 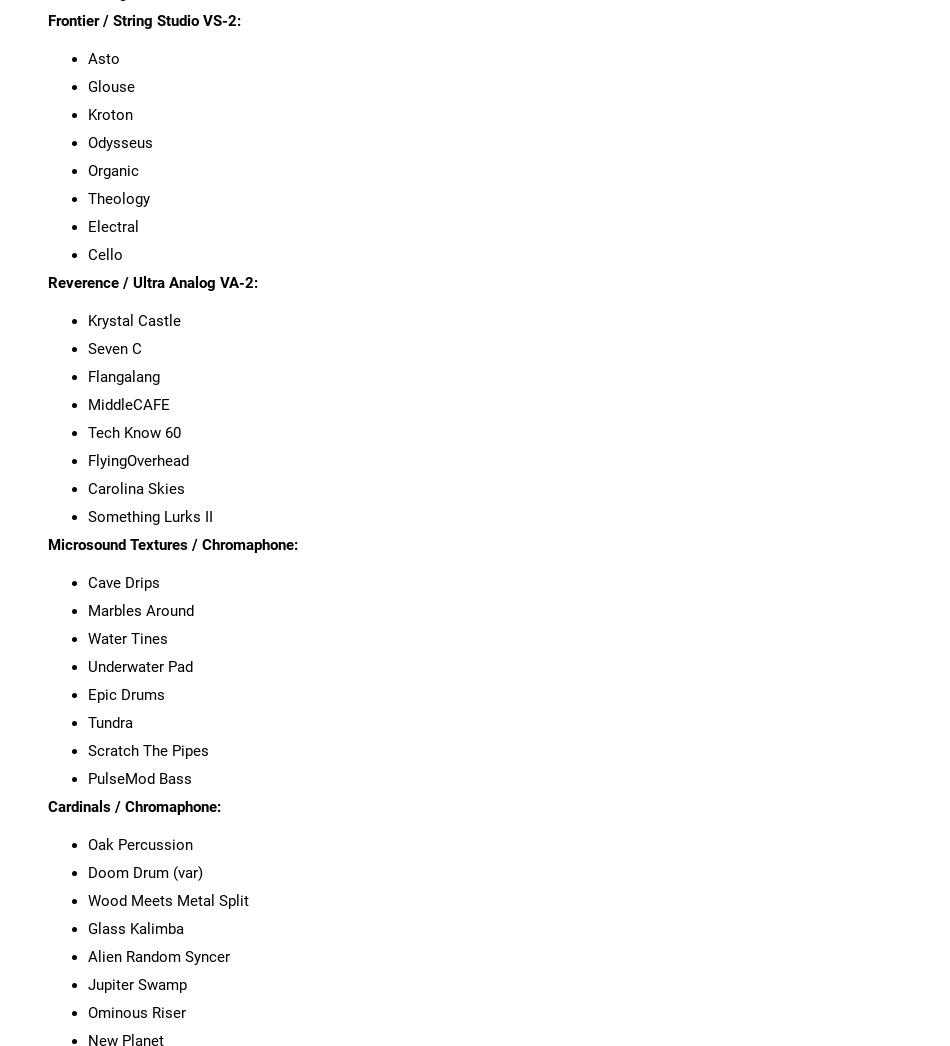 What do you see at coordinates (139, 664) in the screenshot?
I see `'Underwater Pad'` at bounding box center [139, 664].